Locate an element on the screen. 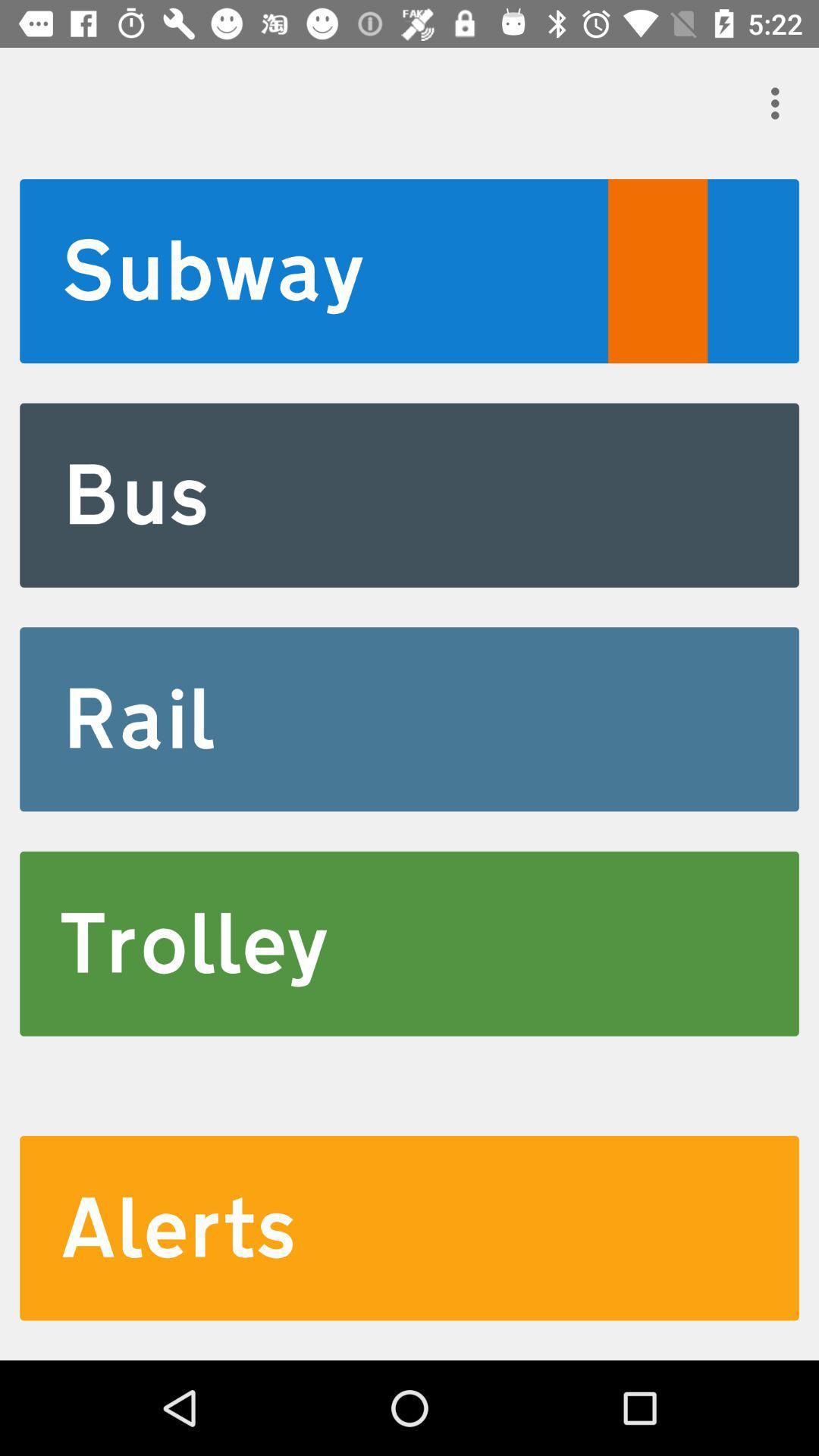  item at the top right corner is located at coordinates (779, 102).